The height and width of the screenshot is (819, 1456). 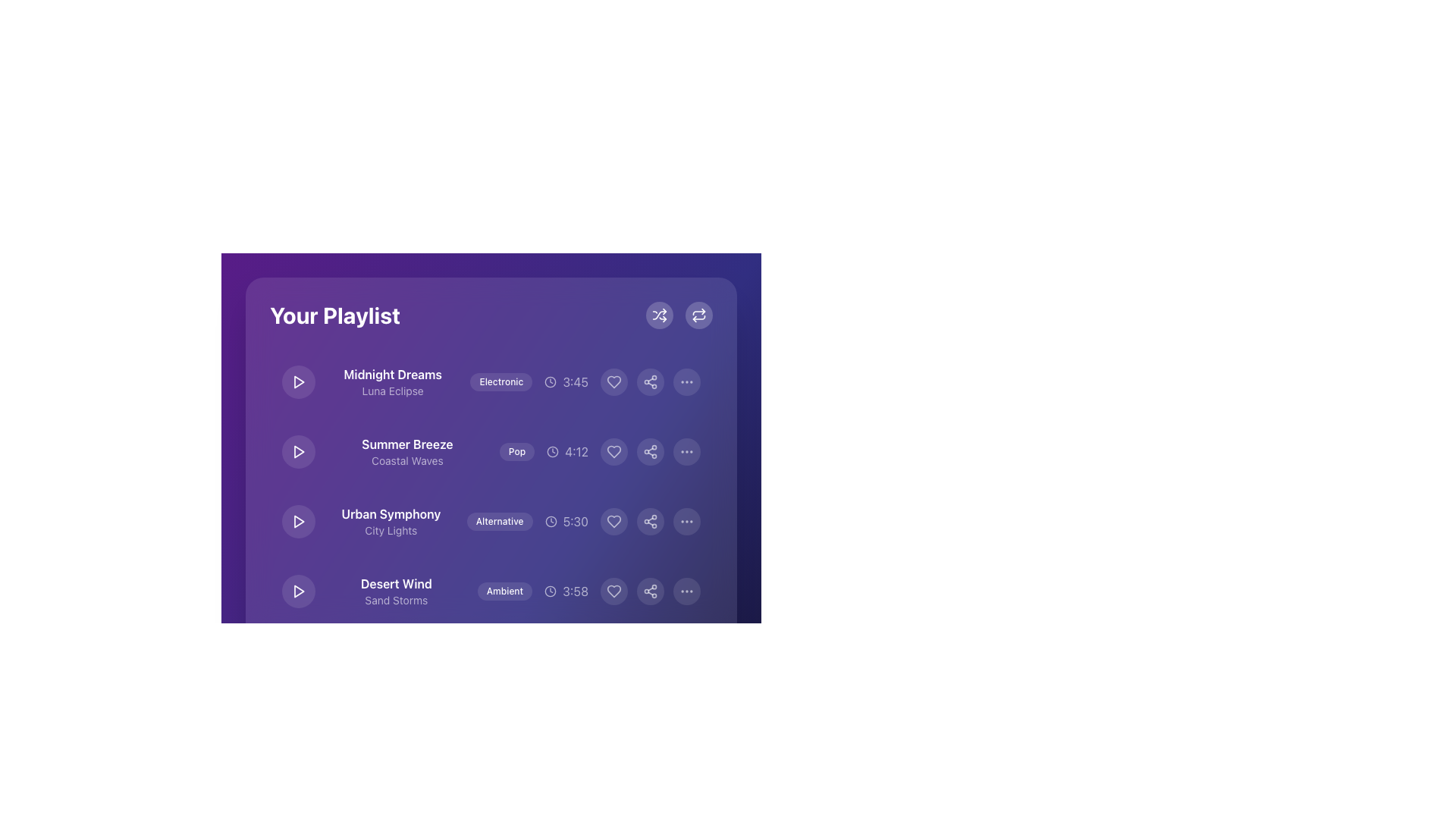 What do you see at coordinates (614, 451) in the screenshot?
I see `the heart icon button to favorite or unfavorite the playlist item labeled 'Summer Breeze'` at bounding box center [614, 451].